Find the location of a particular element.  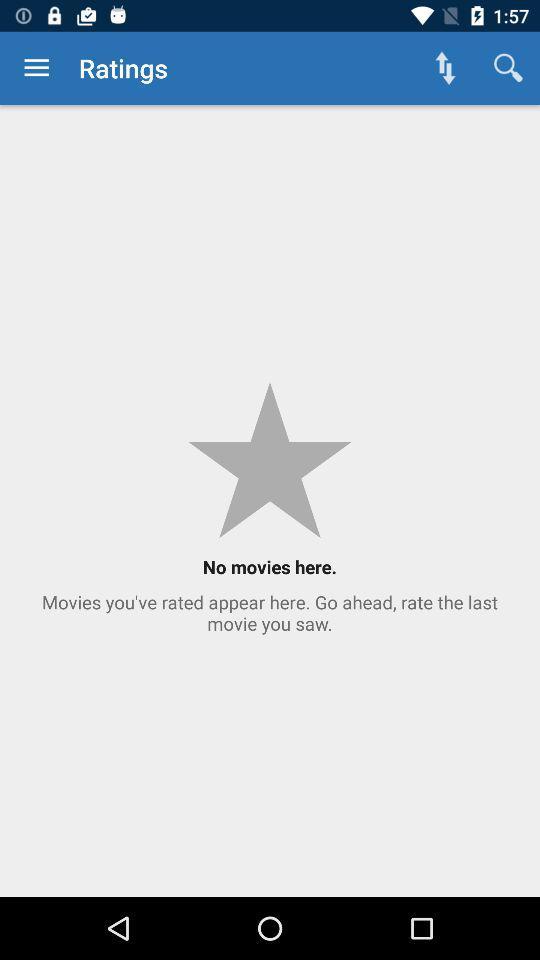

the item next to ratings app is located at coordinates (36, 68).